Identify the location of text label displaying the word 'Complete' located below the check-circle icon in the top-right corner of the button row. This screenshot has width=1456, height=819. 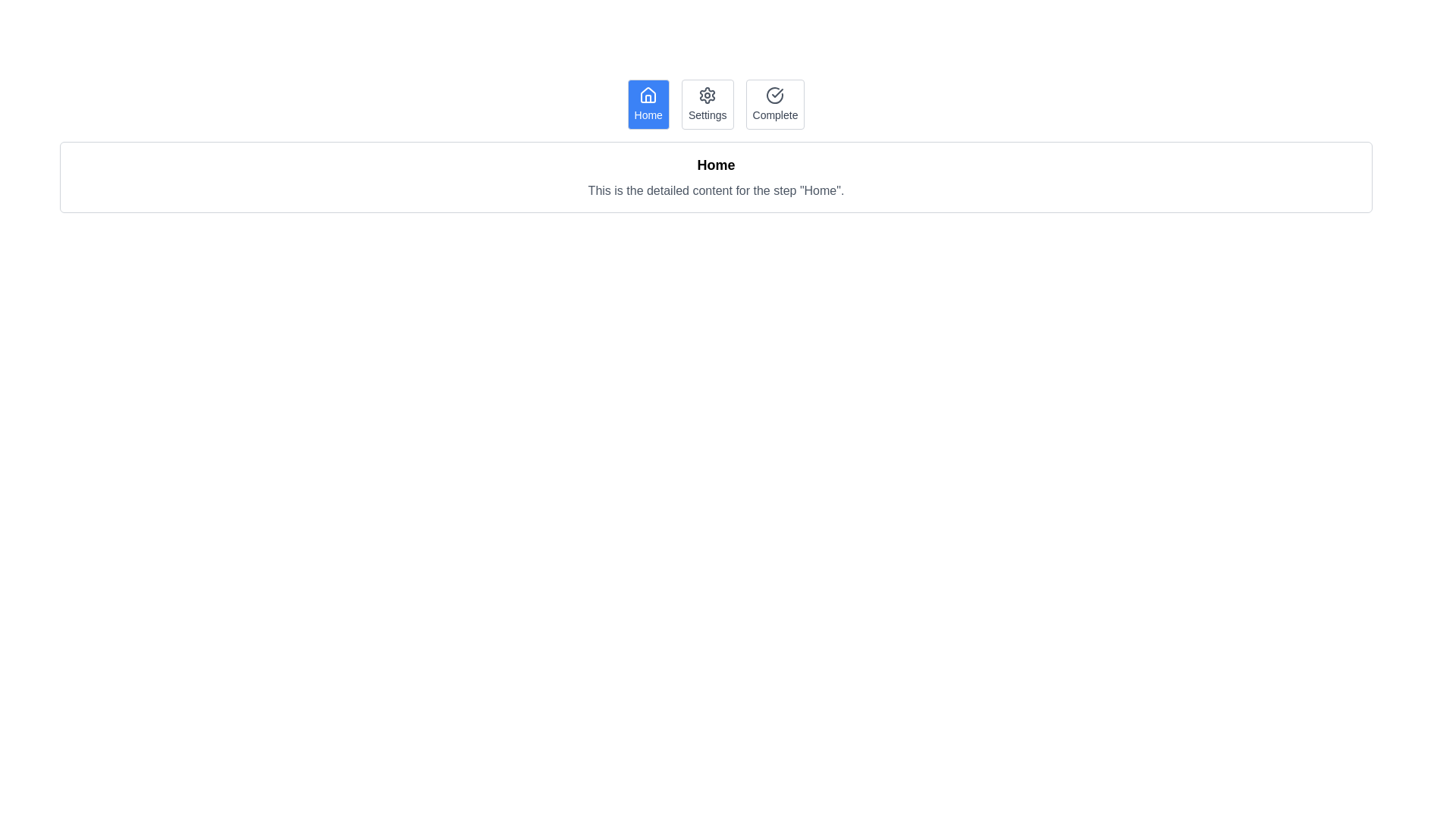
(775, 114).